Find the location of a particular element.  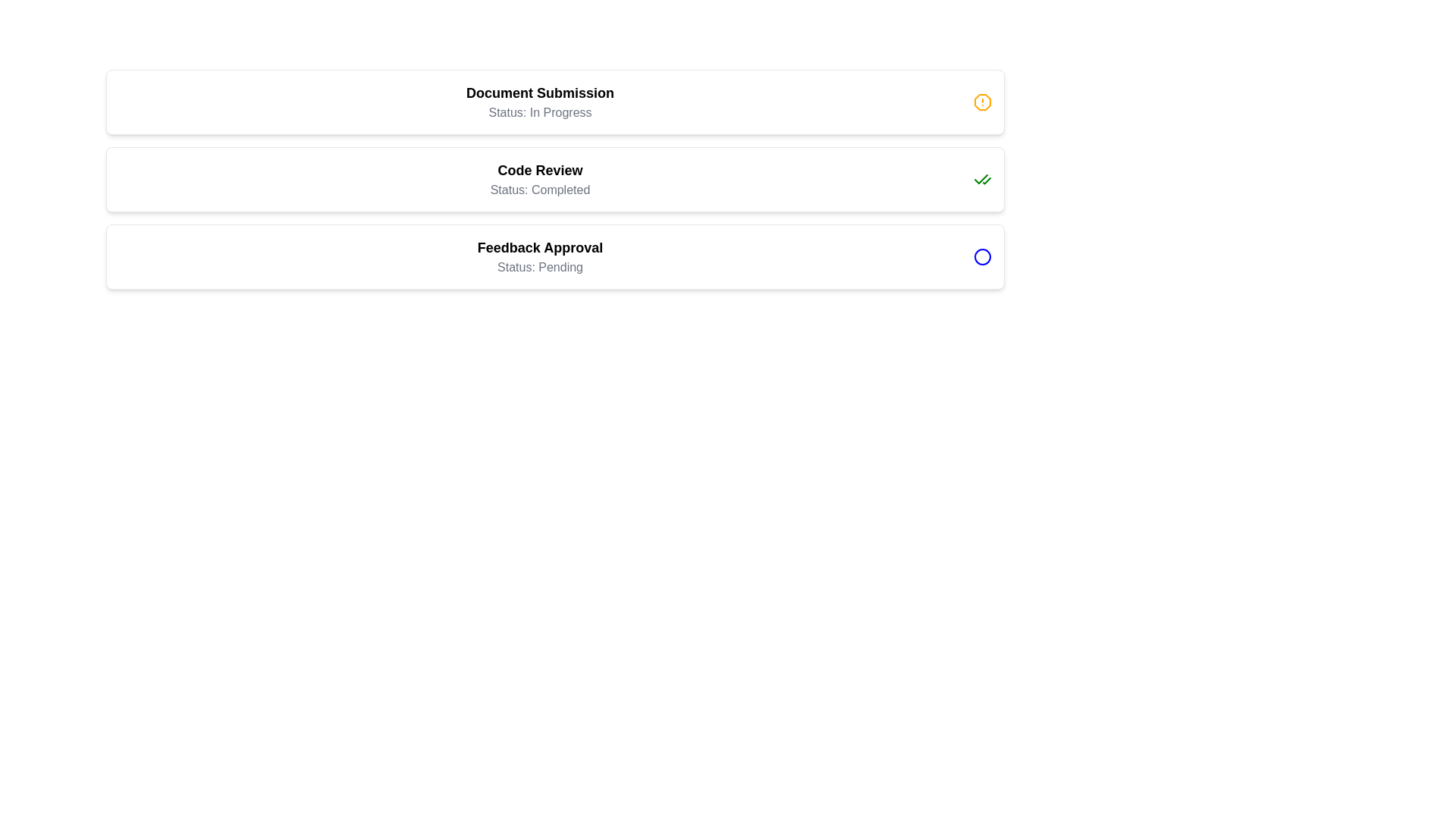

the rightmost icon in the upper-right corner of the 'Feedback Approval' section with status 'Pending' is located at coordinates (983, 256).